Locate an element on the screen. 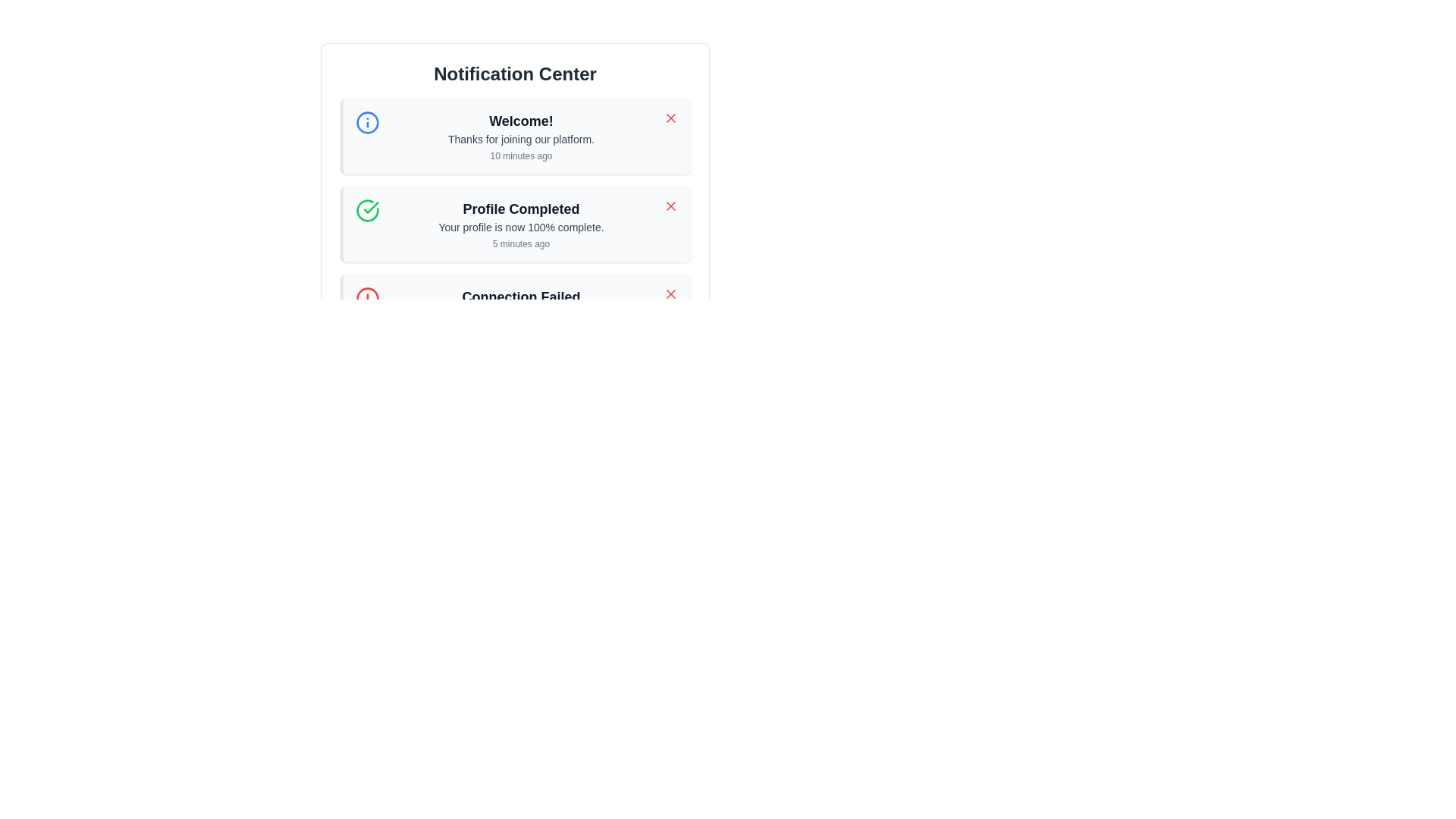 The image size is (1456, 819). the Text Label that serves as the title for the notification message, which is located above the message text 'Could not connect to the server.' within the third notification in the 'Notification Center' is located at coordinates (521, 297).